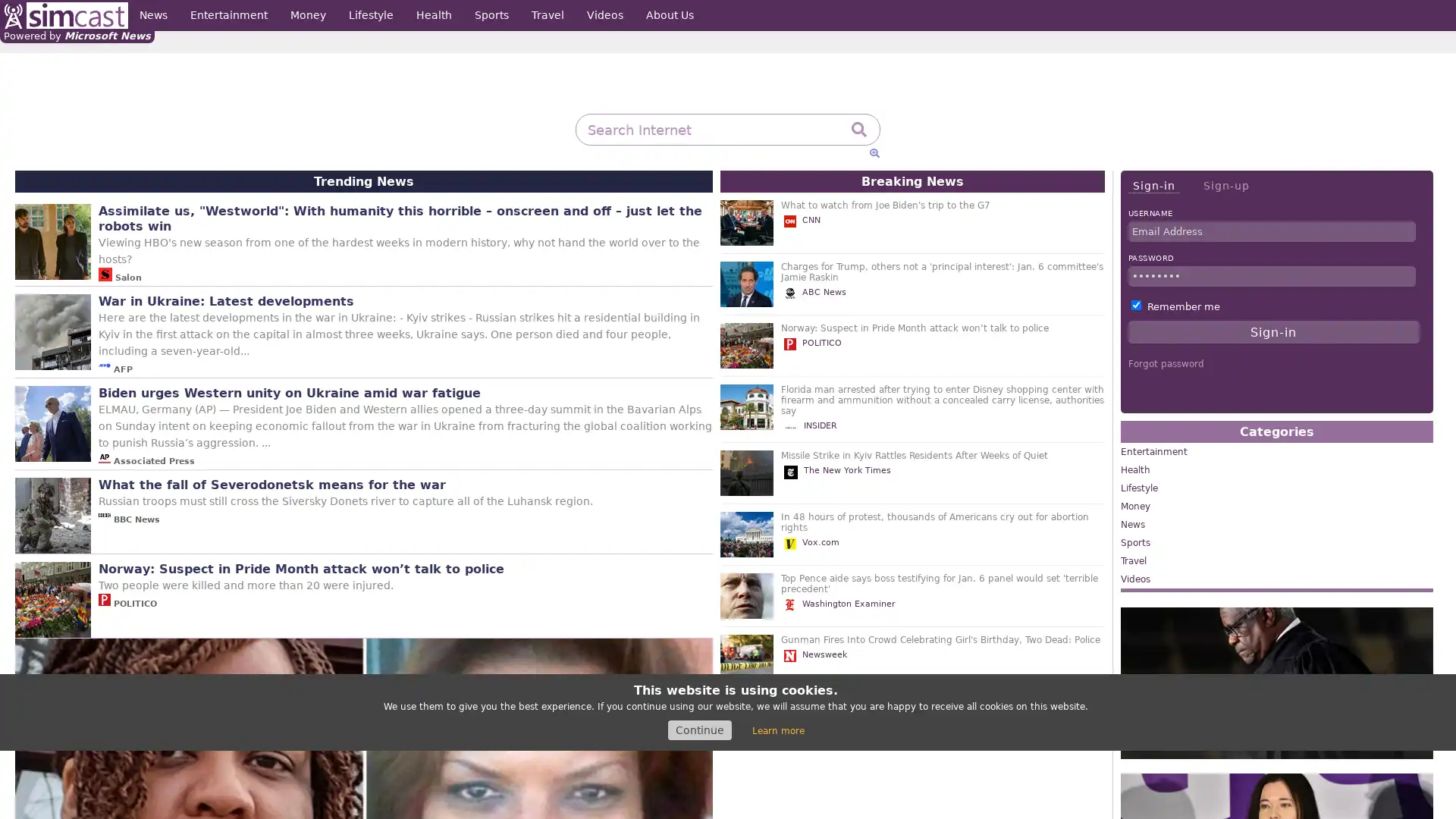 The width and height of the screenshot is (1456, 819). I want to click on Sign-in, so click(1273, 331).